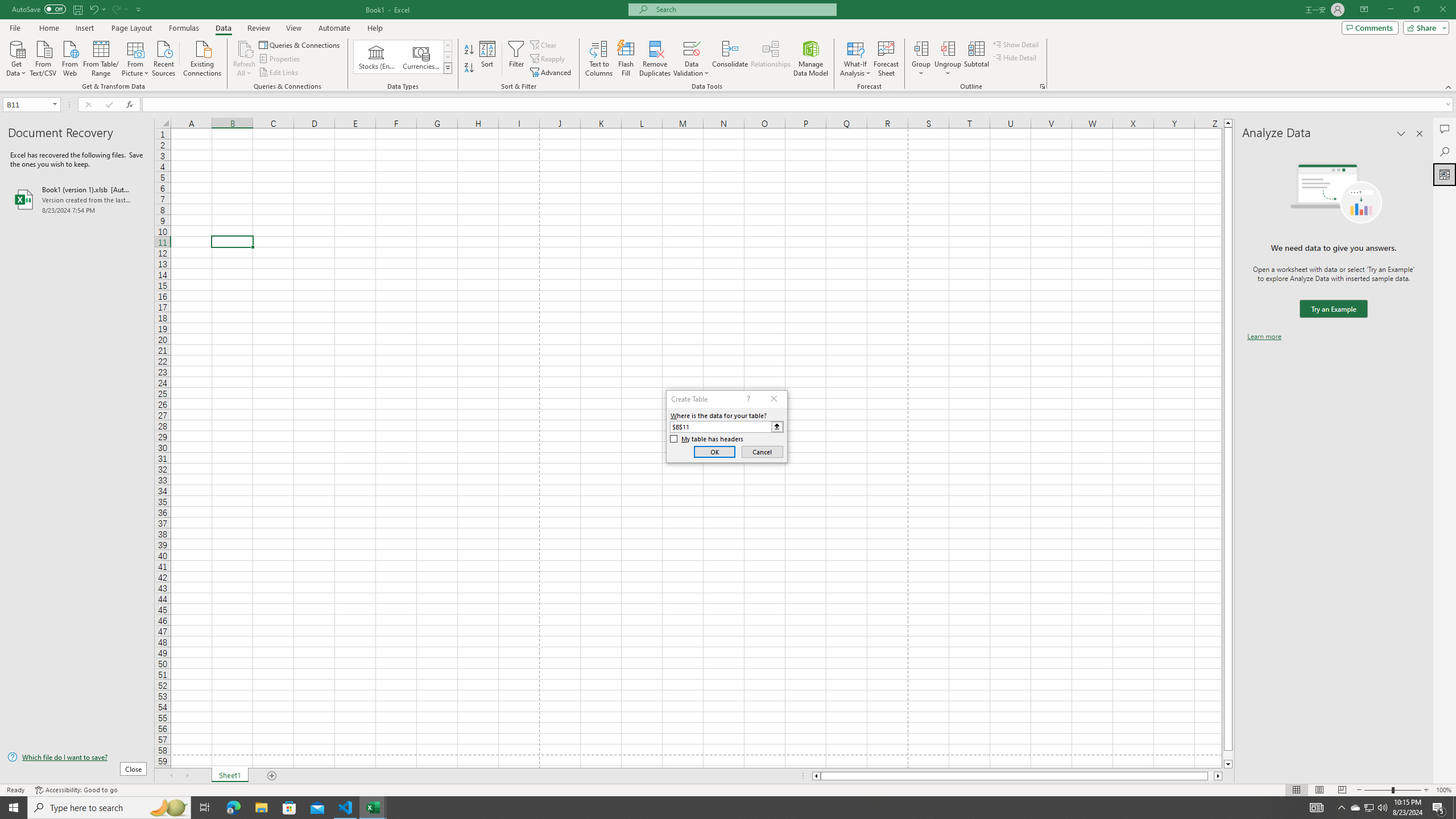 Image resolution: width=1456 pixels, height=819 pixels. I want to click on 'Line down', so click(1228, 764).